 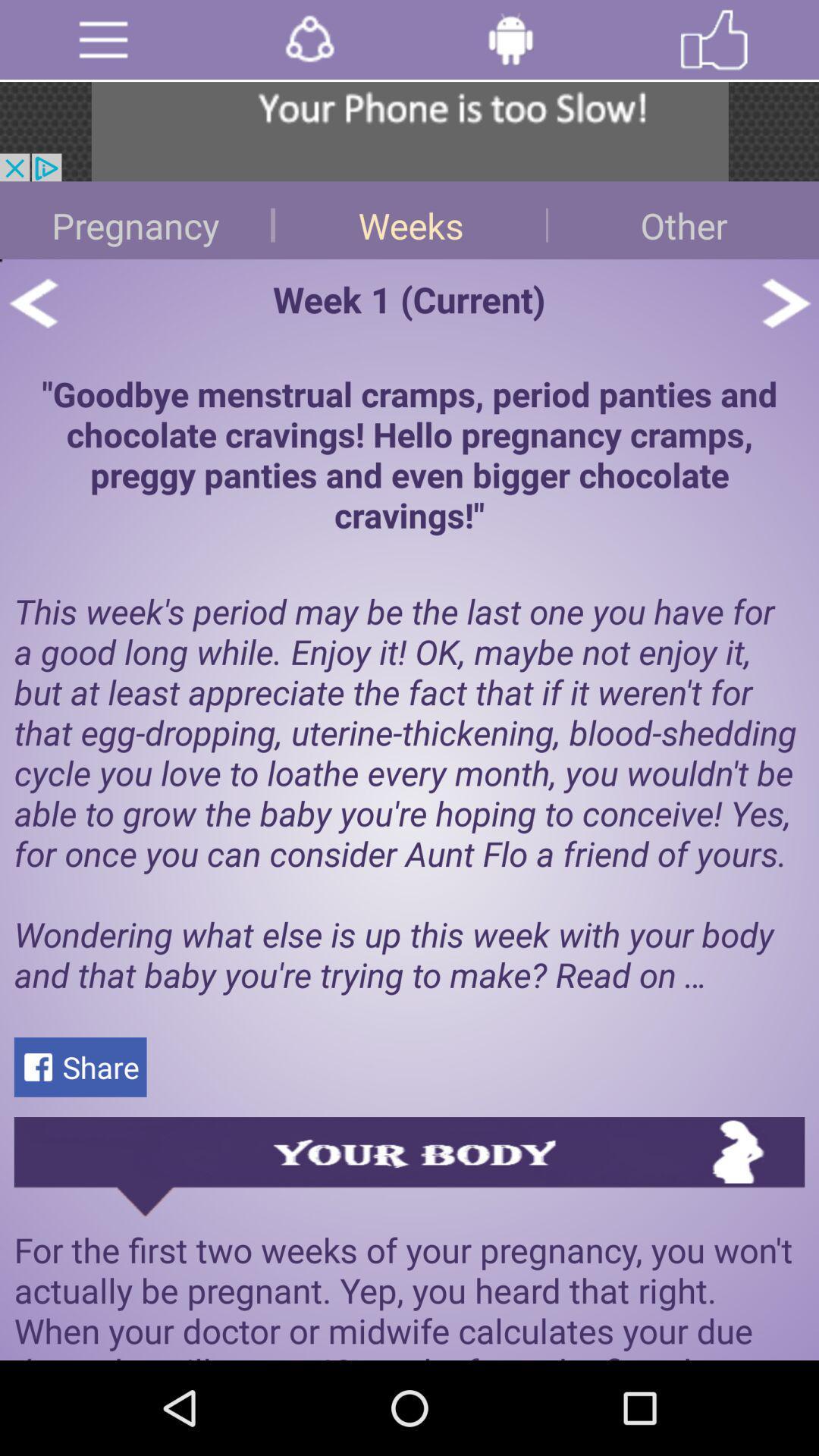 I want to click on share it button, so click(x=309, y=39).